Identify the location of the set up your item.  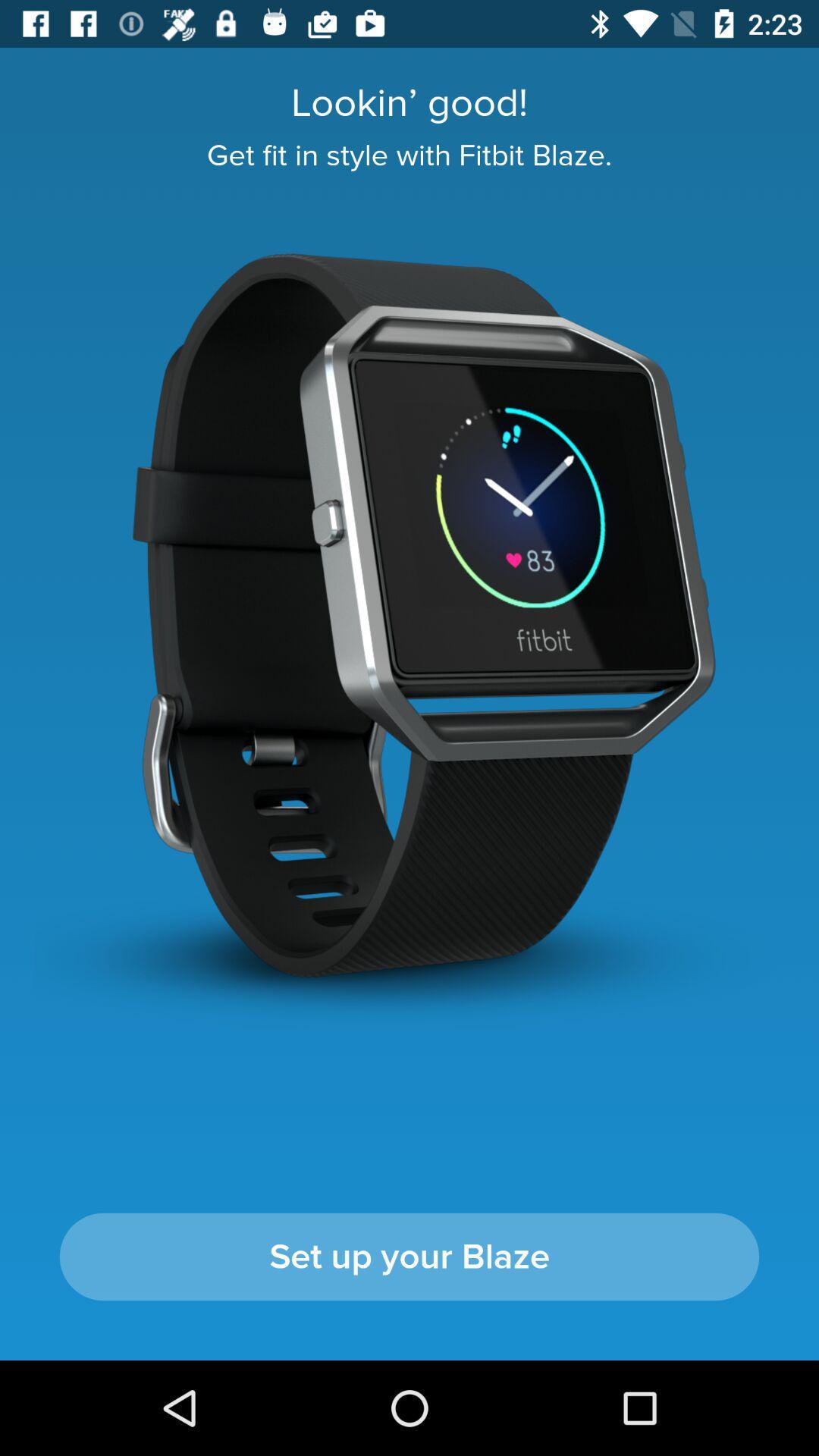
(409, 1257).